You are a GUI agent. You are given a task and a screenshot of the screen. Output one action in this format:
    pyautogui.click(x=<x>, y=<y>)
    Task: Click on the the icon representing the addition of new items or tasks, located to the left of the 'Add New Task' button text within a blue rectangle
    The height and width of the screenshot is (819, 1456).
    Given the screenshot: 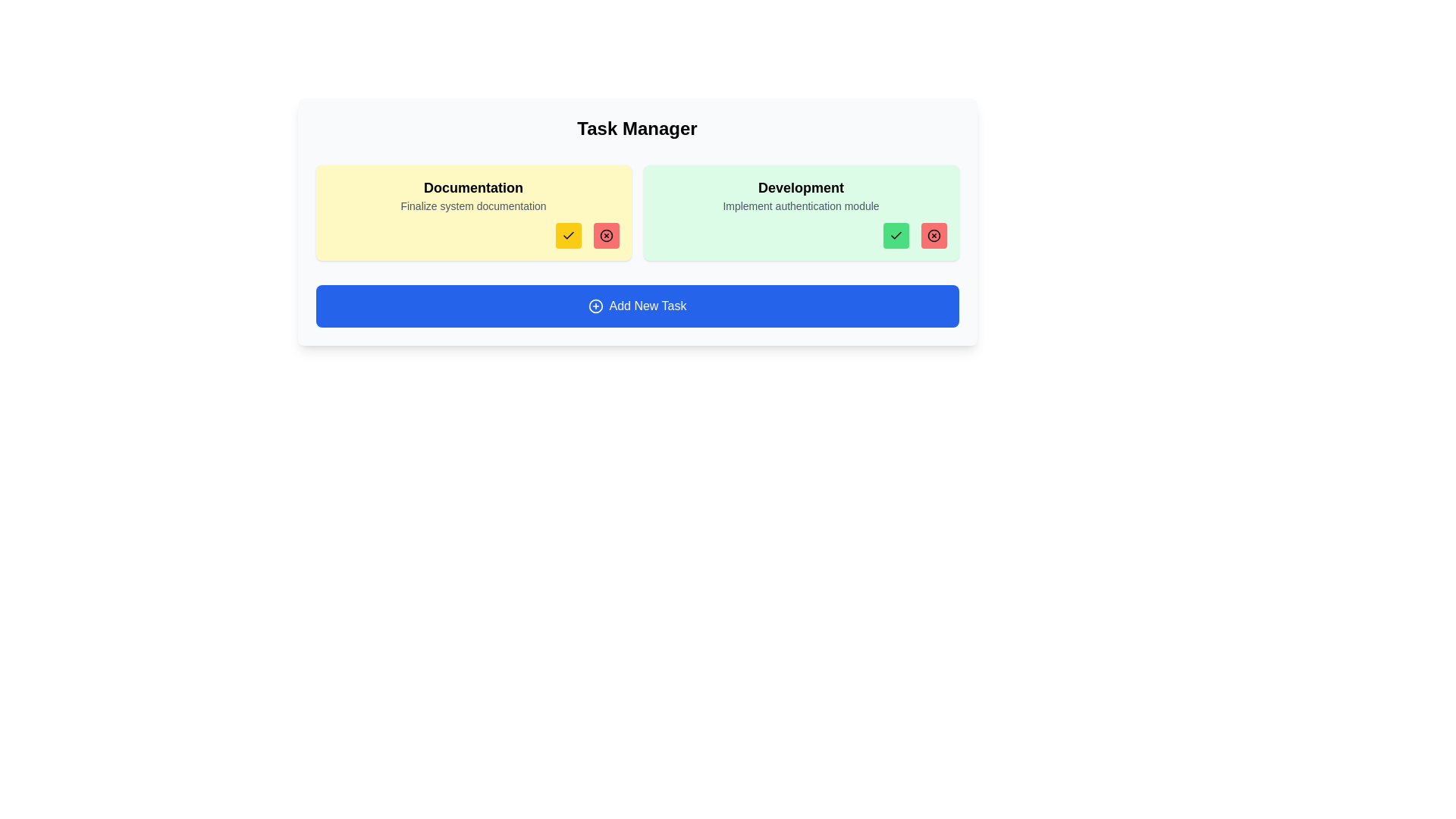 What is the action you would take?
    pyautogui.click(x=595, y=306)
    